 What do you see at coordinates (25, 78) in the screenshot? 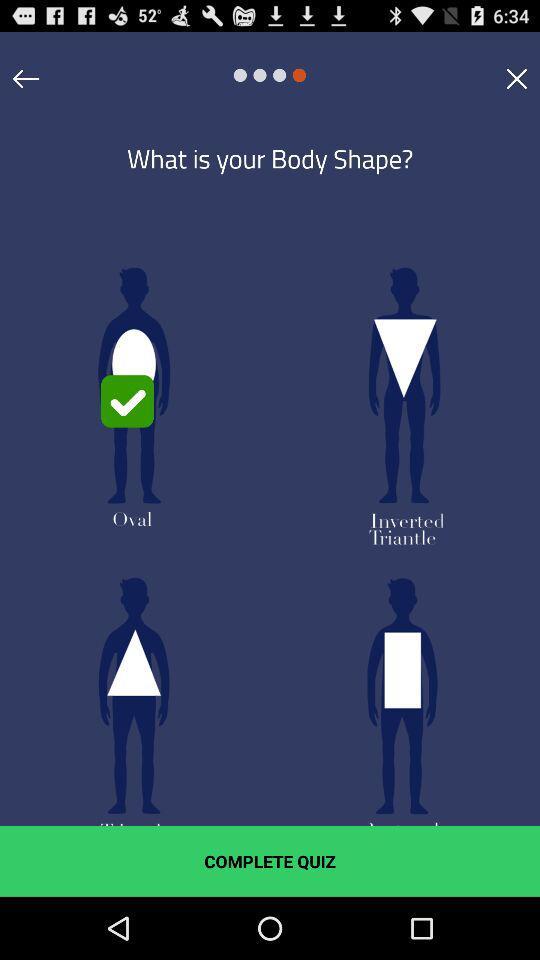
I see `the icon above the what is your icon` at bounding box center [25, 78].